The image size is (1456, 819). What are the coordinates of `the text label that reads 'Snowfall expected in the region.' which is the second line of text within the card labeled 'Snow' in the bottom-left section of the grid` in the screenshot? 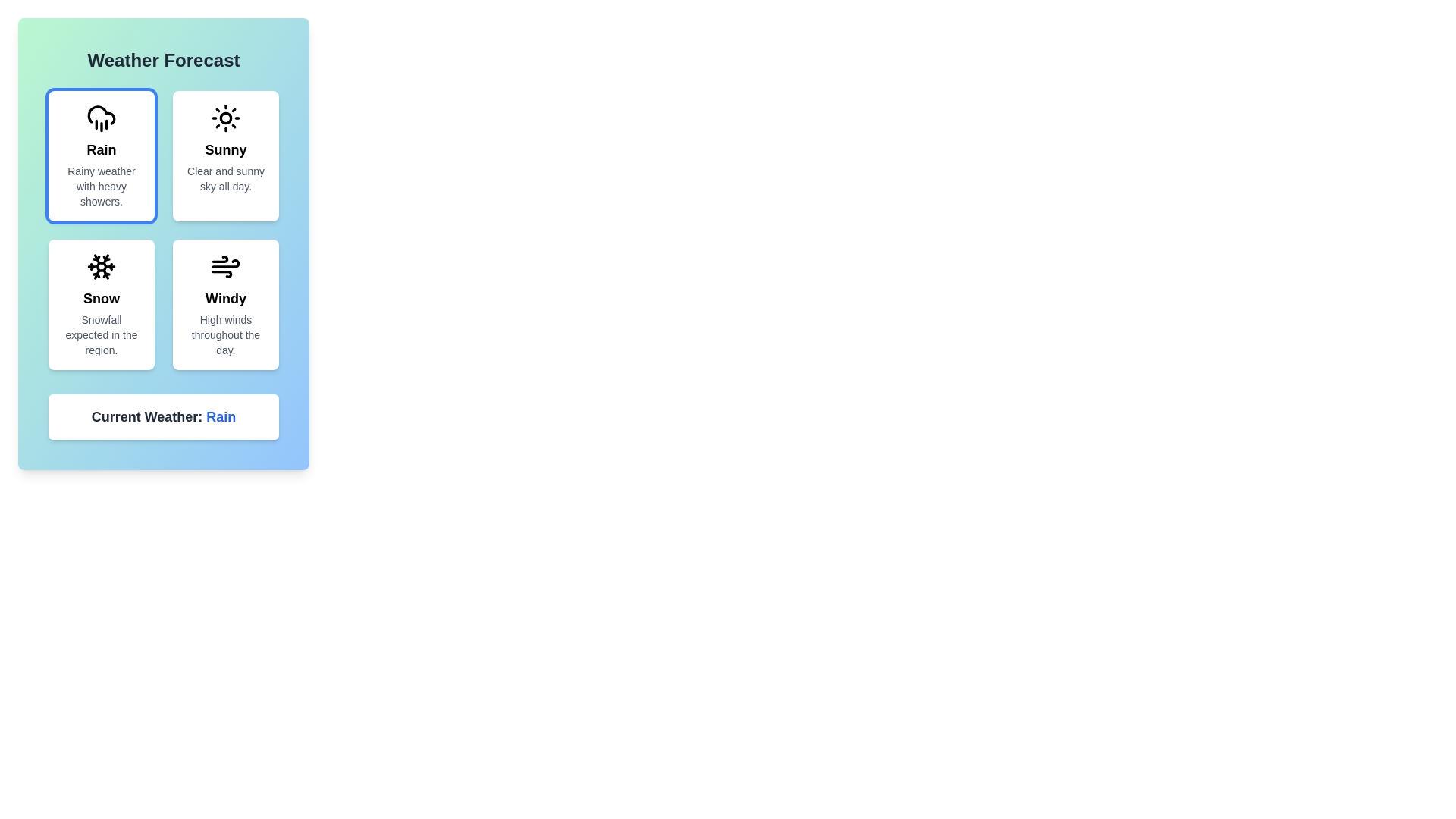 It's located at (101, 334).